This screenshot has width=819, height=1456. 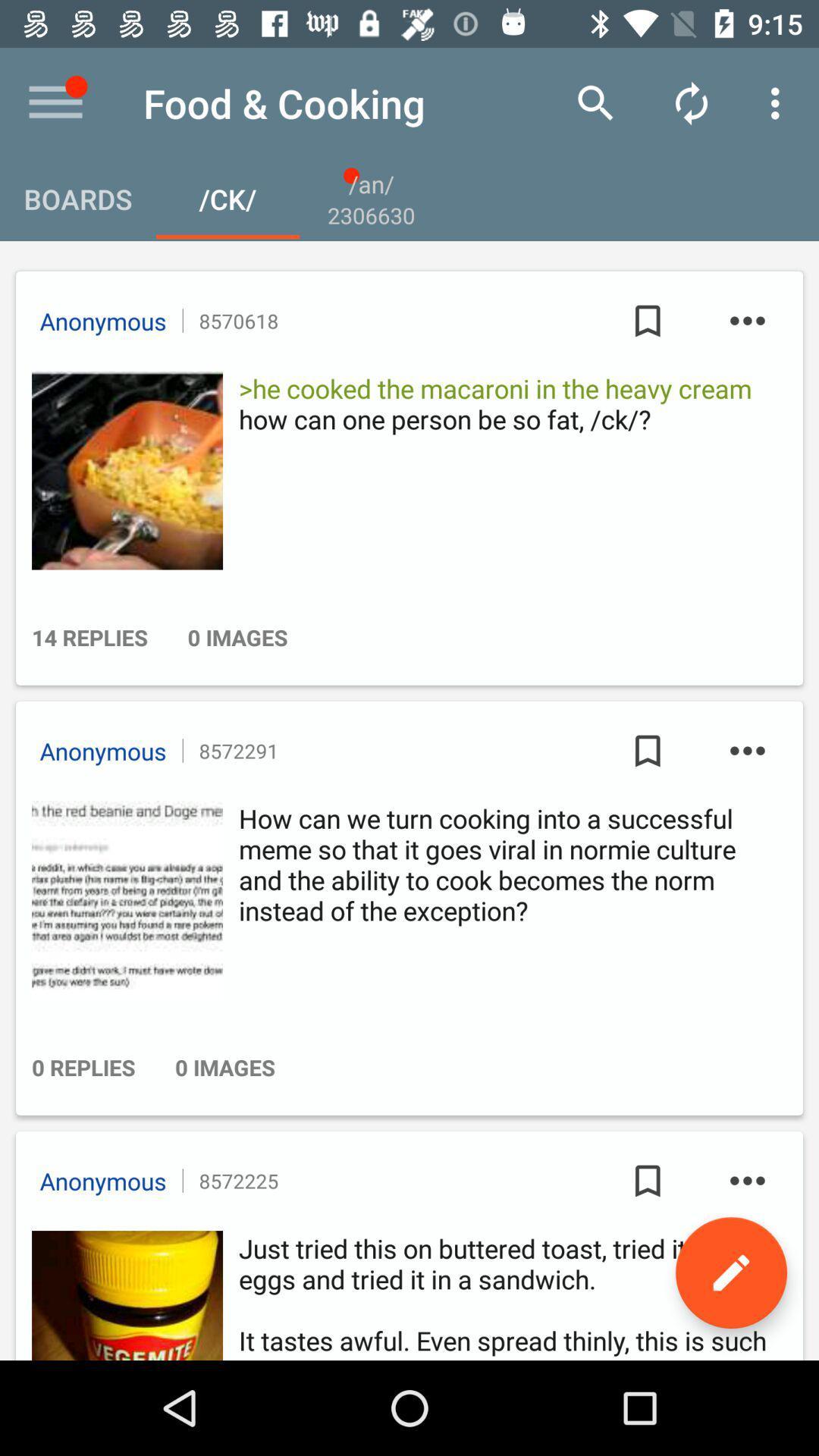 What do you see at coordinates (55, 102) in the screenshot?
I see `home` at bounding box center [55, 102].